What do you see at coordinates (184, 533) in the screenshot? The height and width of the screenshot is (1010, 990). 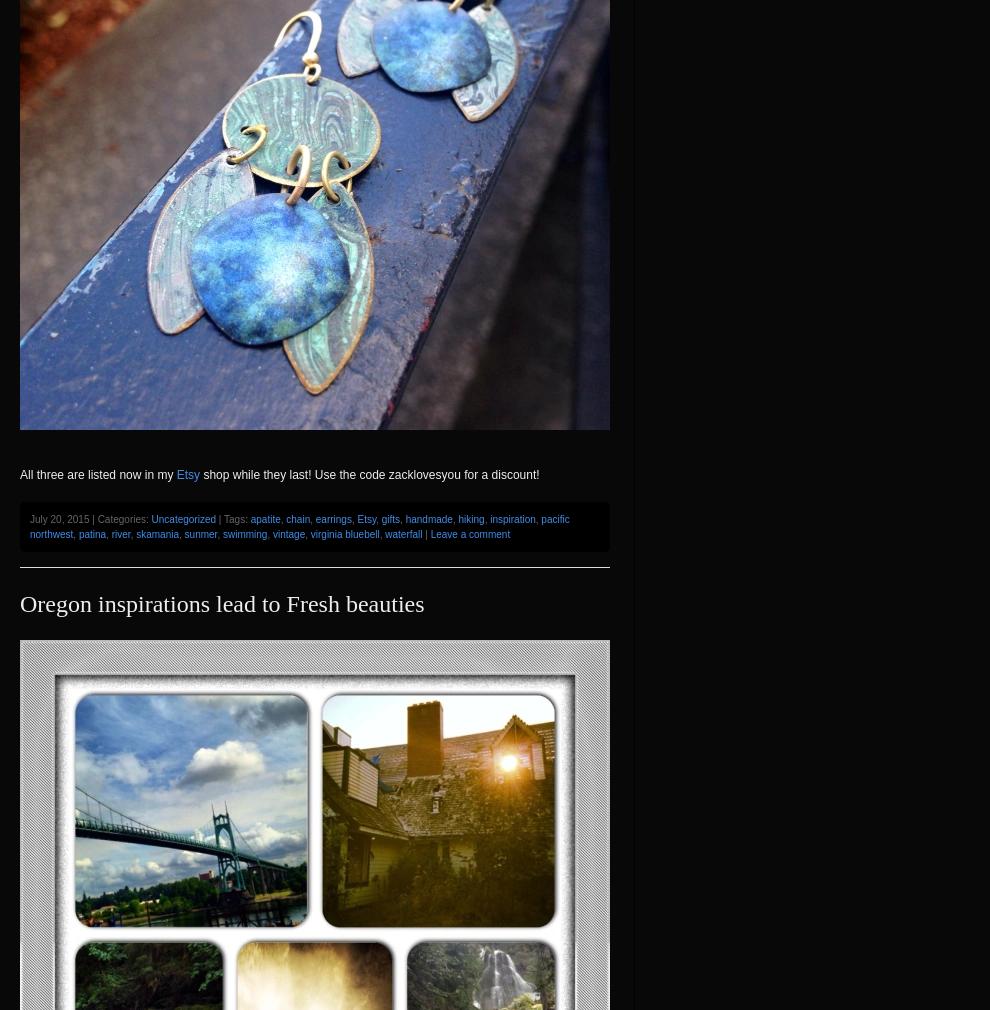 I see `'sunmer'` at bounding box center [184, 533].